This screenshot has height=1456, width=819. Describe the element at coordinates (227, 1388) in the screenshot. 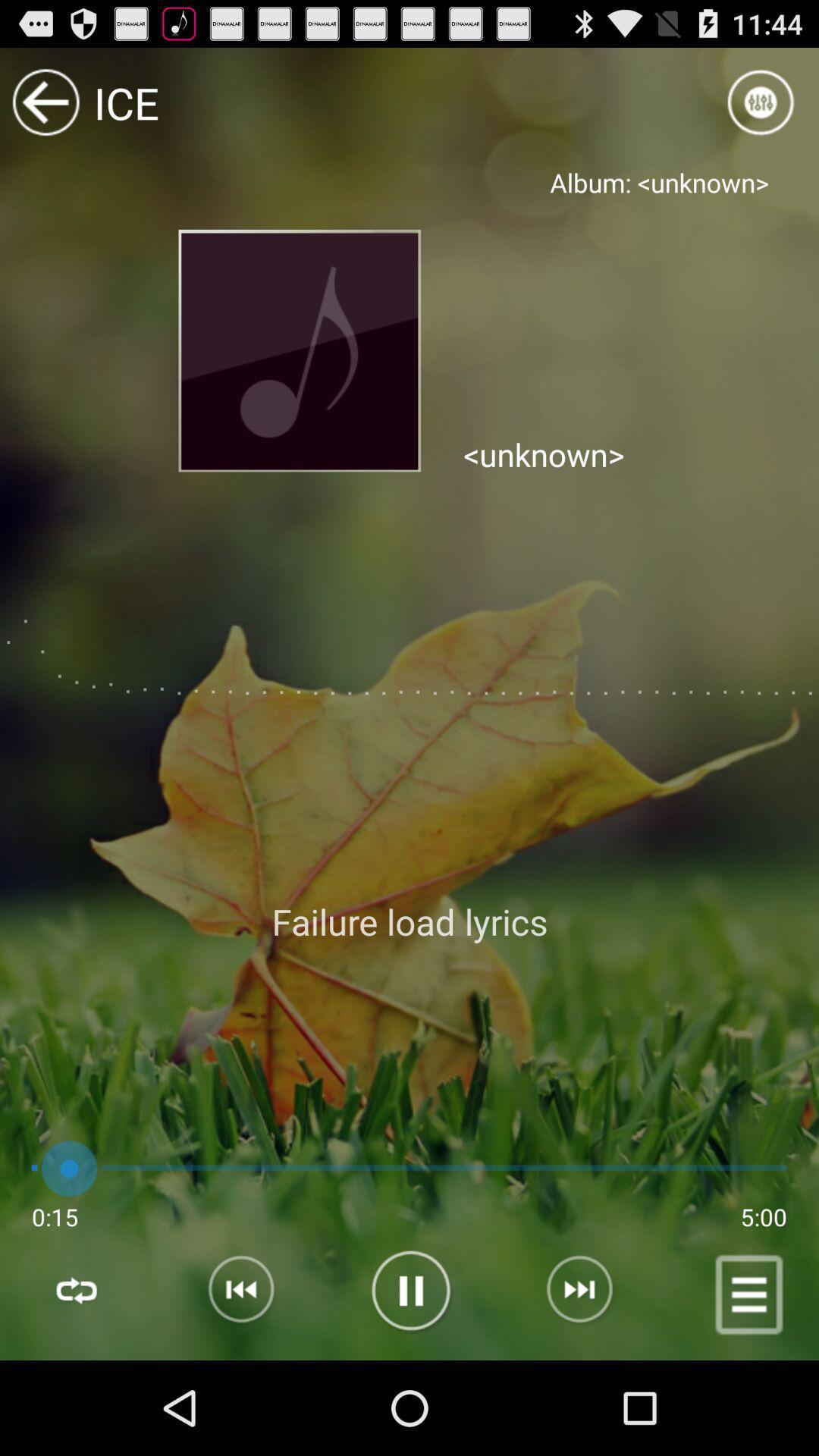

I see `the skip_previous icon` at that location.